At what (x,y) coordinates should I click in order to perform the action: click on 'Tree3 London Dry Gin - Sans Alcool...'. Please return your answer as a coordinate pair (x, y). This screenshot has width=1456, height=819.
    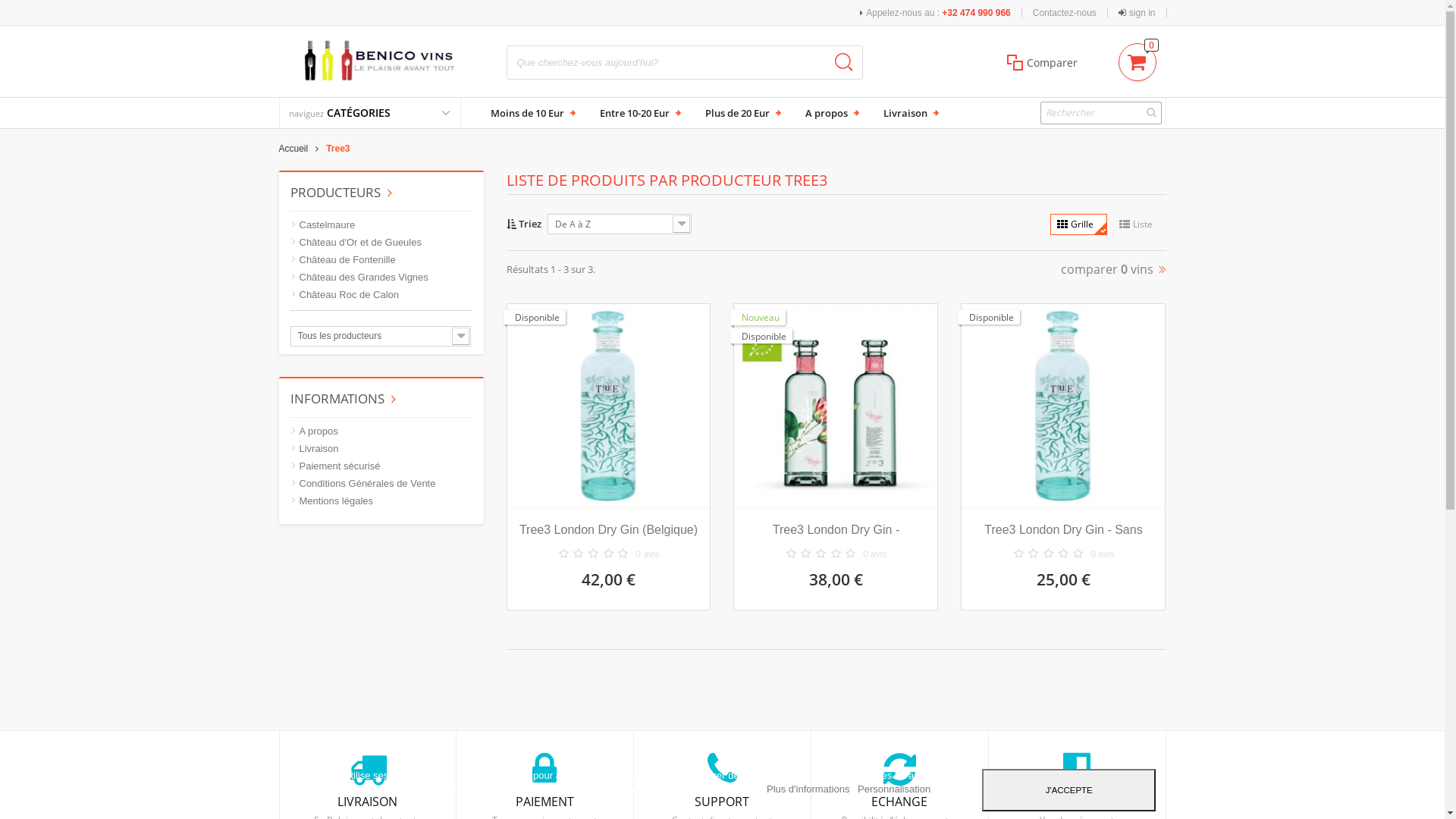
    Looking at the image, I should click on (1062, 529).